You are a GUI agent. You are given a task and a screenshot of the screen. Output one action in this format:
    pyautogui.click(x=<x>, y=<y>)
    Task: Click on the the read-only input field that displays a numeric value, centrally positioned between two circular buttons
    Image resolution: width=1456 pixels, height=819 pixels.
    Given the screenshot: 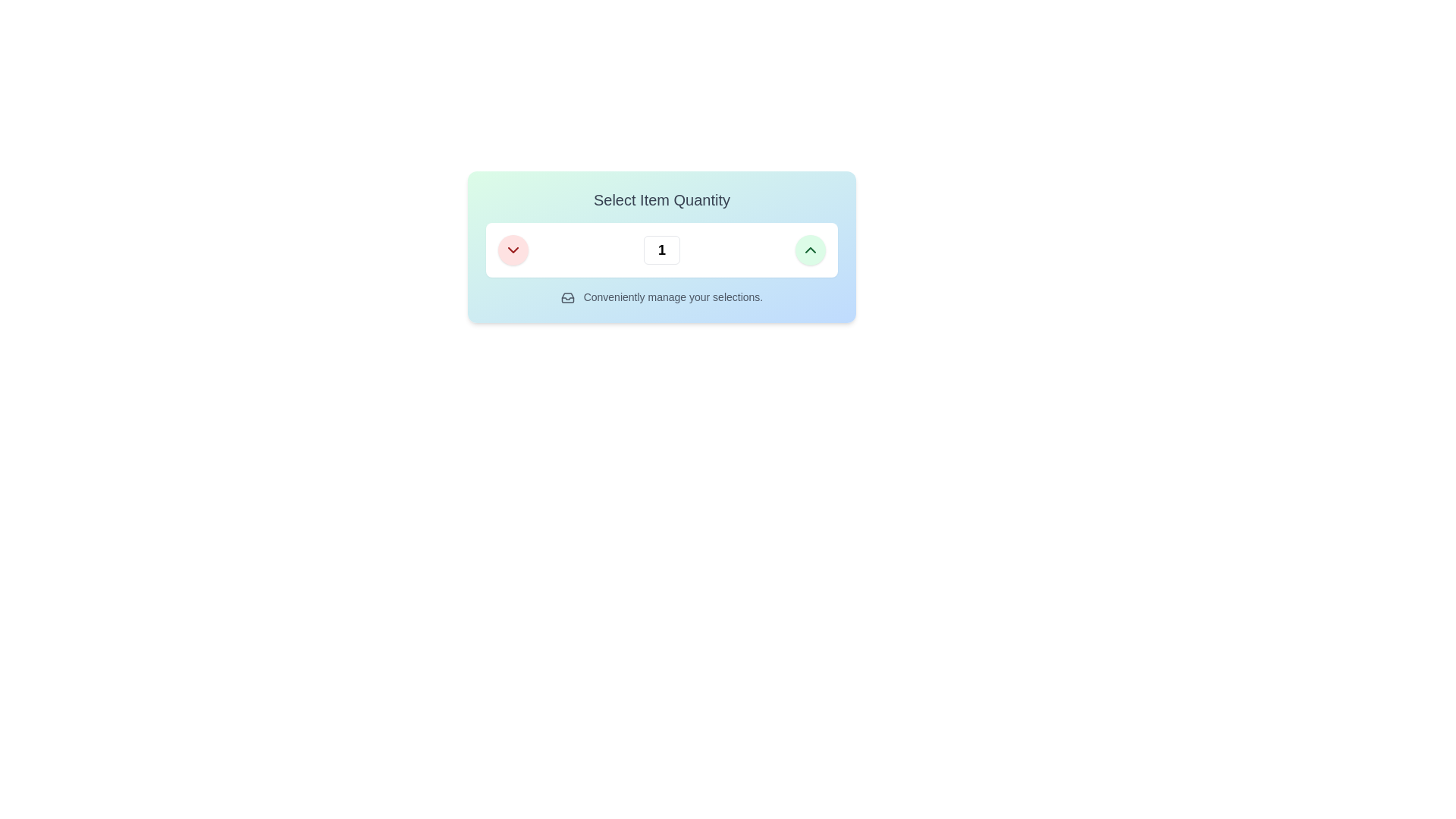 What is the action you would take?
    pyautogui.click(x=662, y=249)
    